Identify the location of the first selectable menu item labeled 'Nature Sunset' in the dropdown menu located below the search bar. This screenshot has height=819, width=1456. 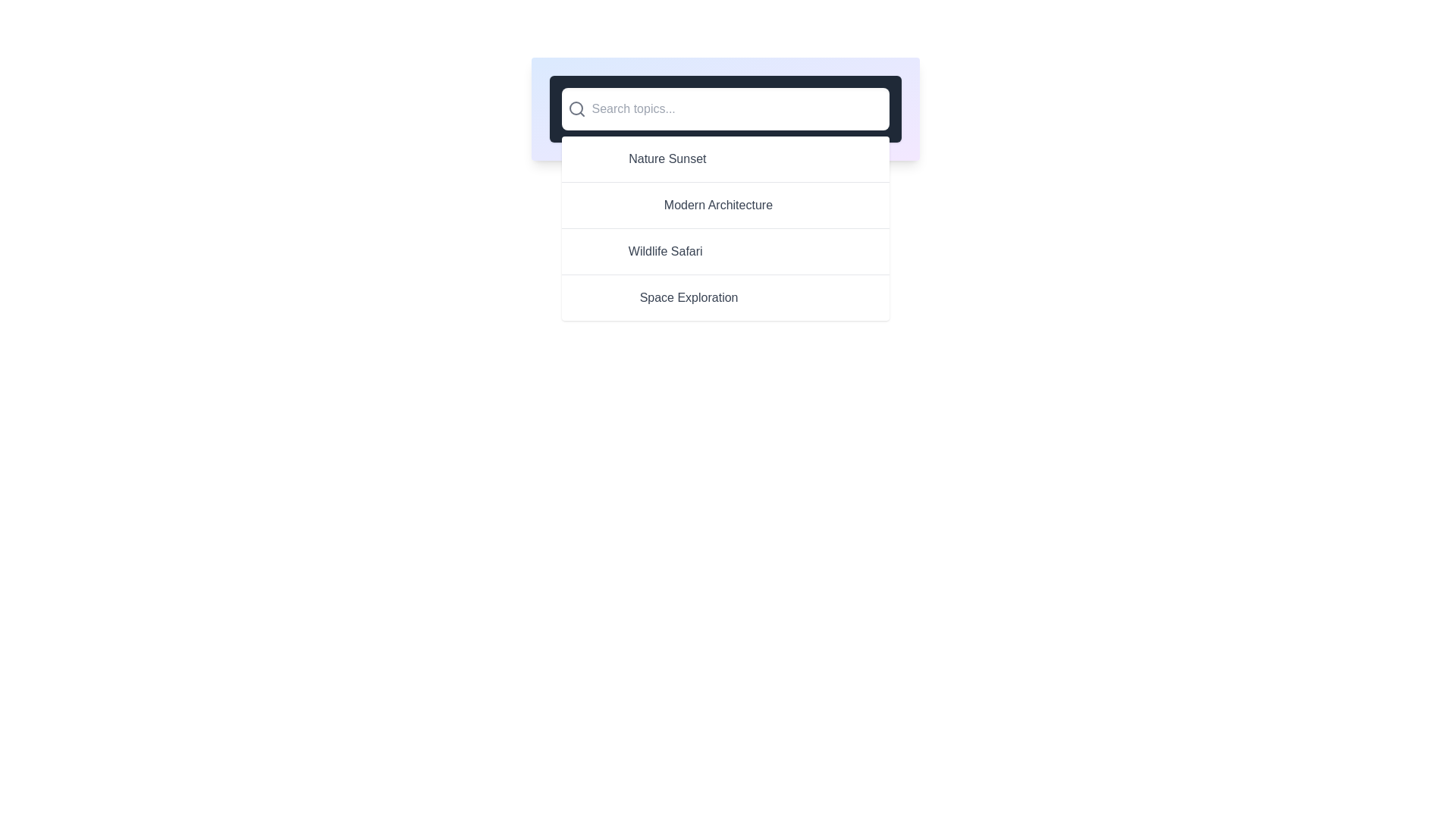
(724, 158).